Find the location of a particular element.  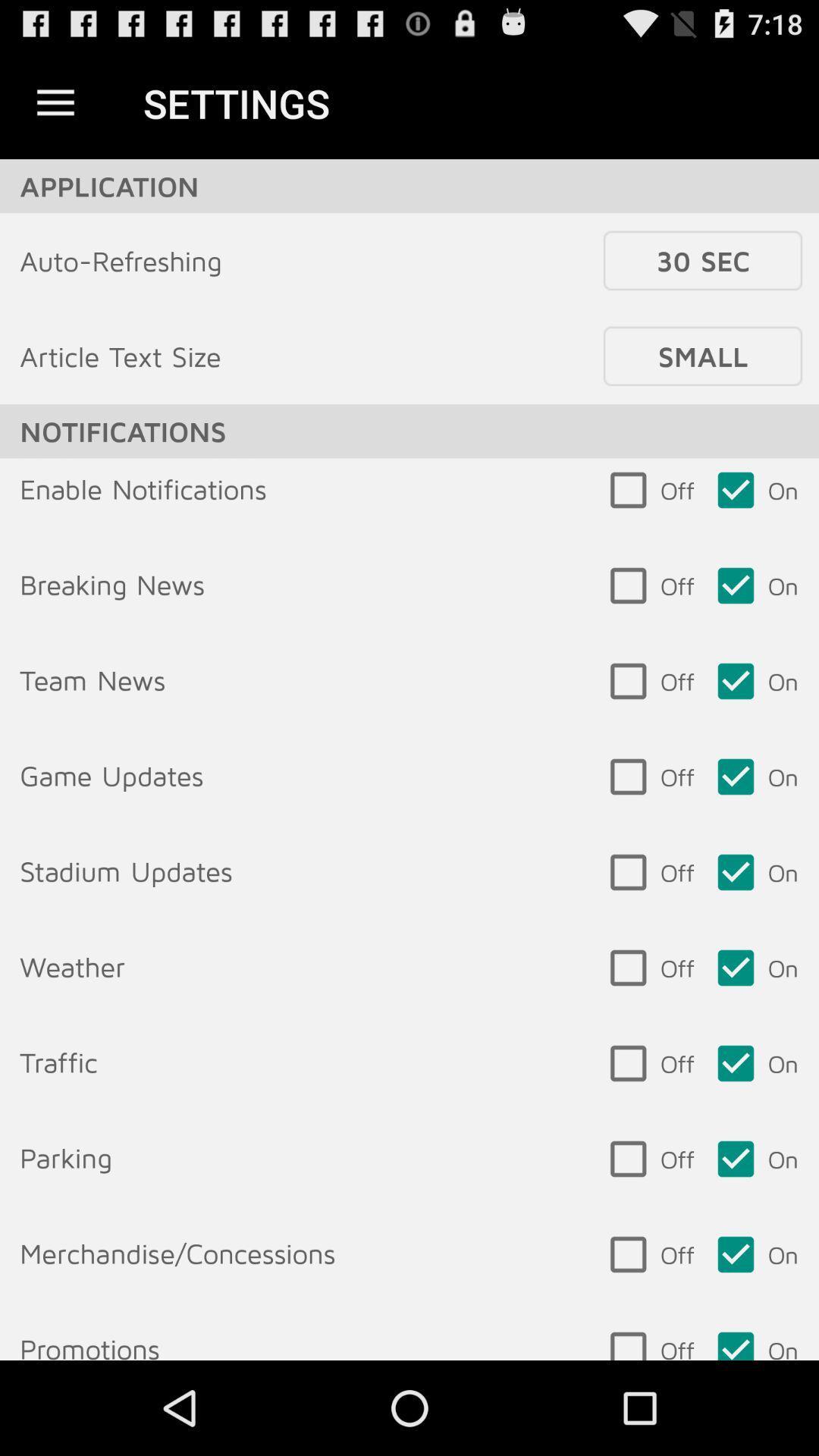

icon next to the settings icon is located at coordinates (55, 102).